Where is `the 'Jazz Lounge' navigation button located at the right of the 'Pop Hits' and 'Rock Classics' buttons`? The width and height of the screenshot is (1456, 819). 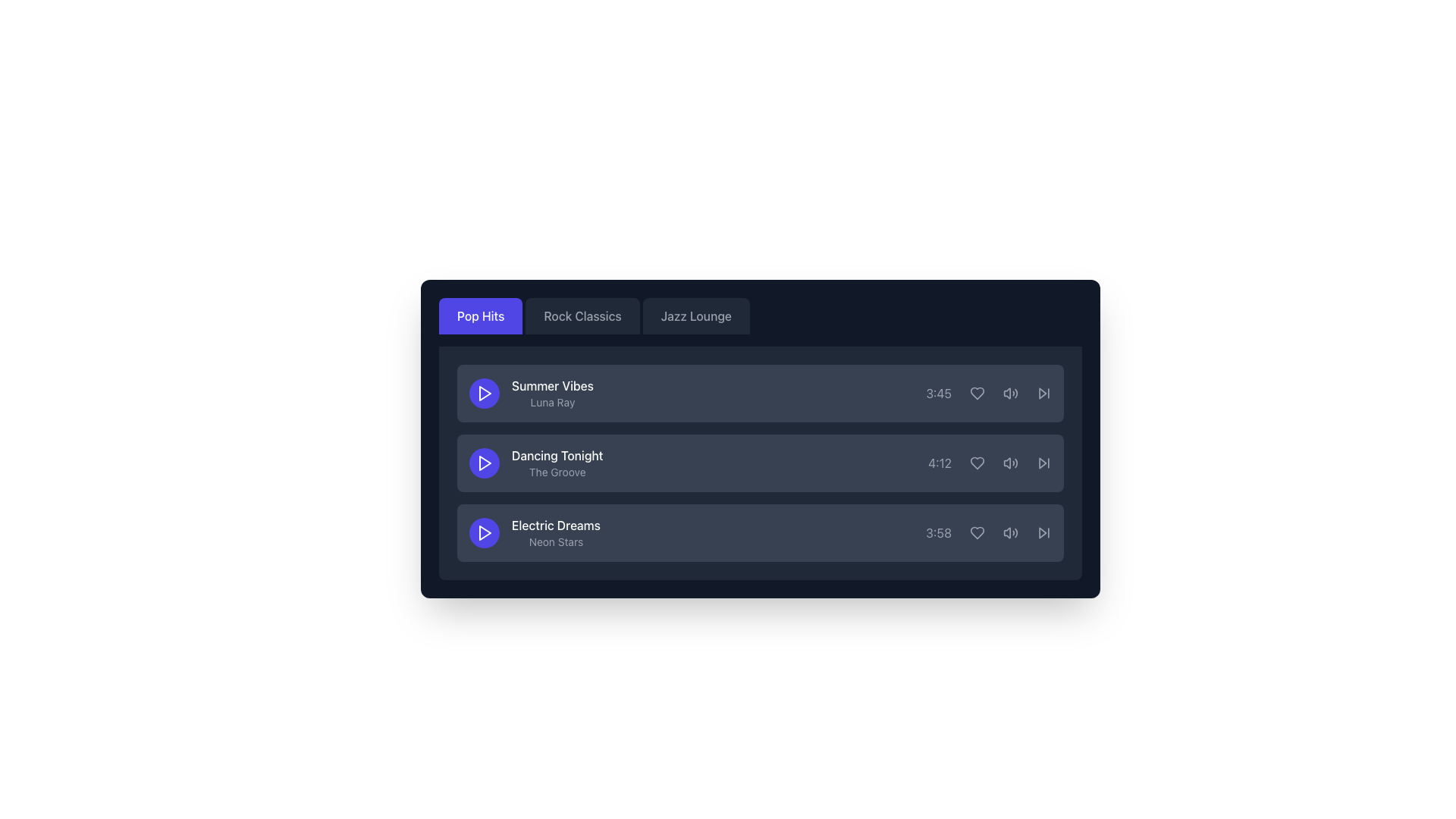
the 'Jazz Lounge' navigation button located at the right of the 'Pop Hits' and 'Rock Classics' buttons is located at coordinates (695, 315).